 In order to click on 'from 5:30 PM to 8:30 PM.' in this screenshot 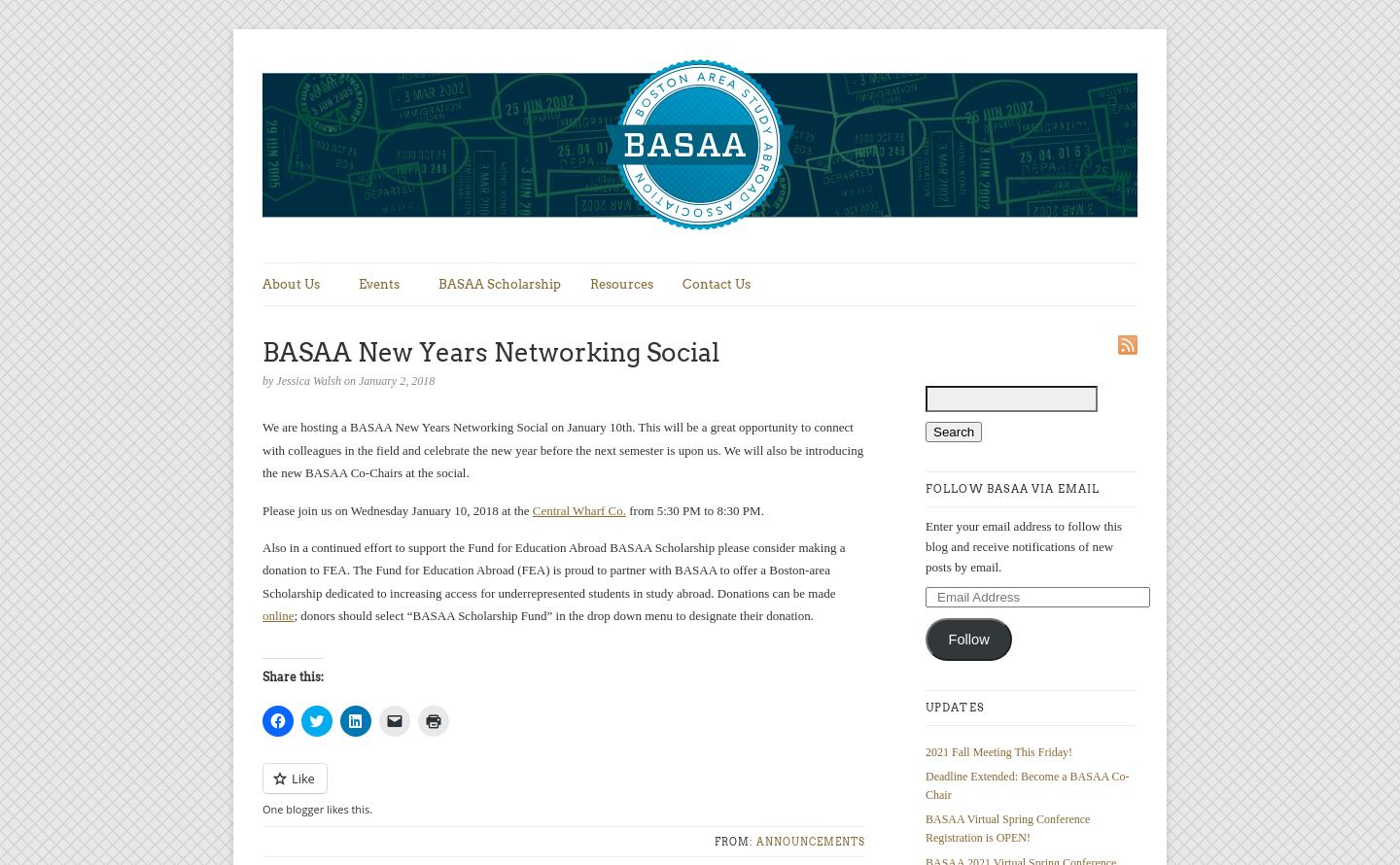, I will do `click(693, 508)`.